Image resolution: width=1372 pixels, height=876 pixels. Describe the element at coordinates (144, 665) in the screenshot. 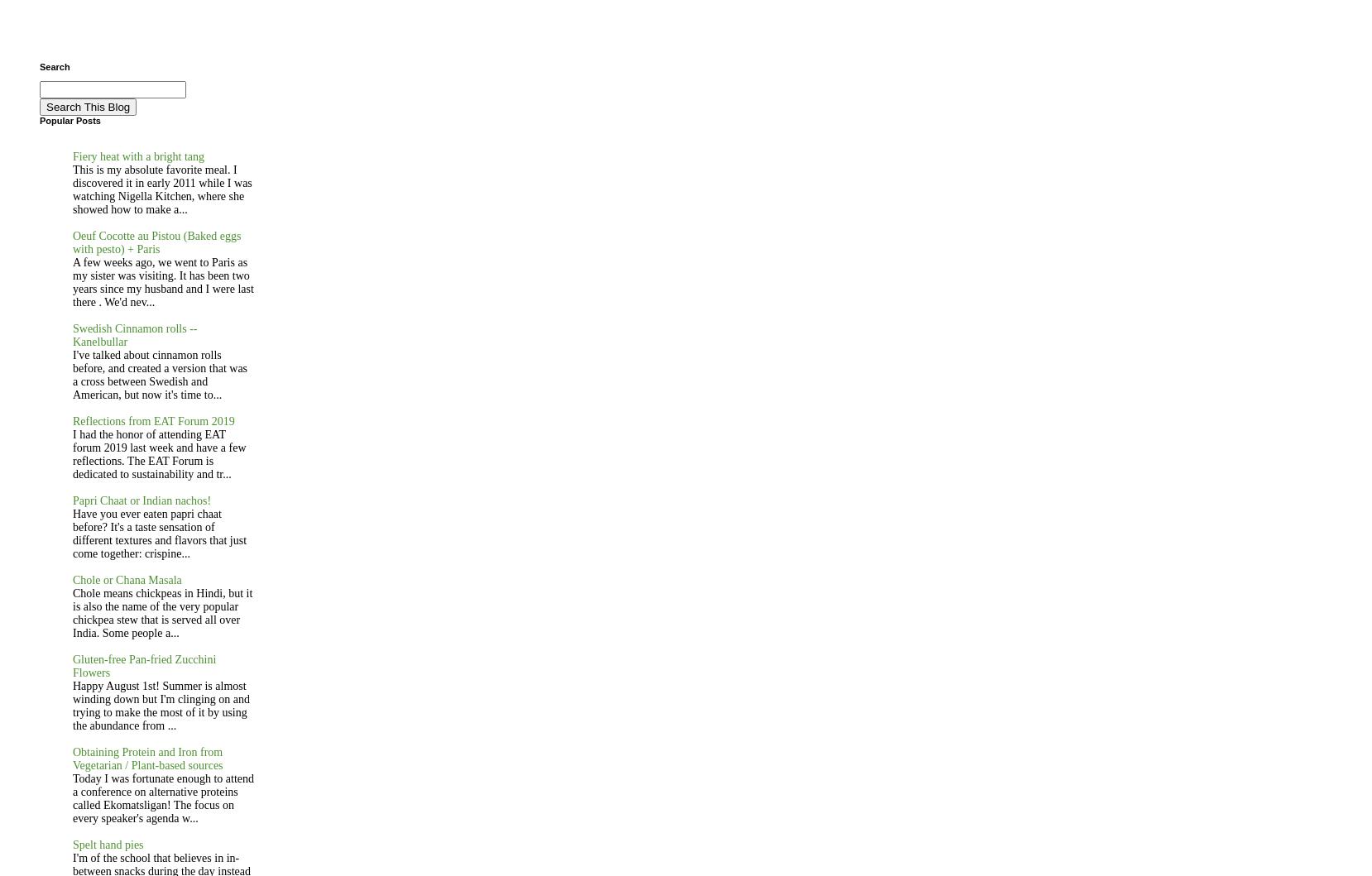

I see `'Gluten-free Pan-fried Zucchini Flowers'` at that location.